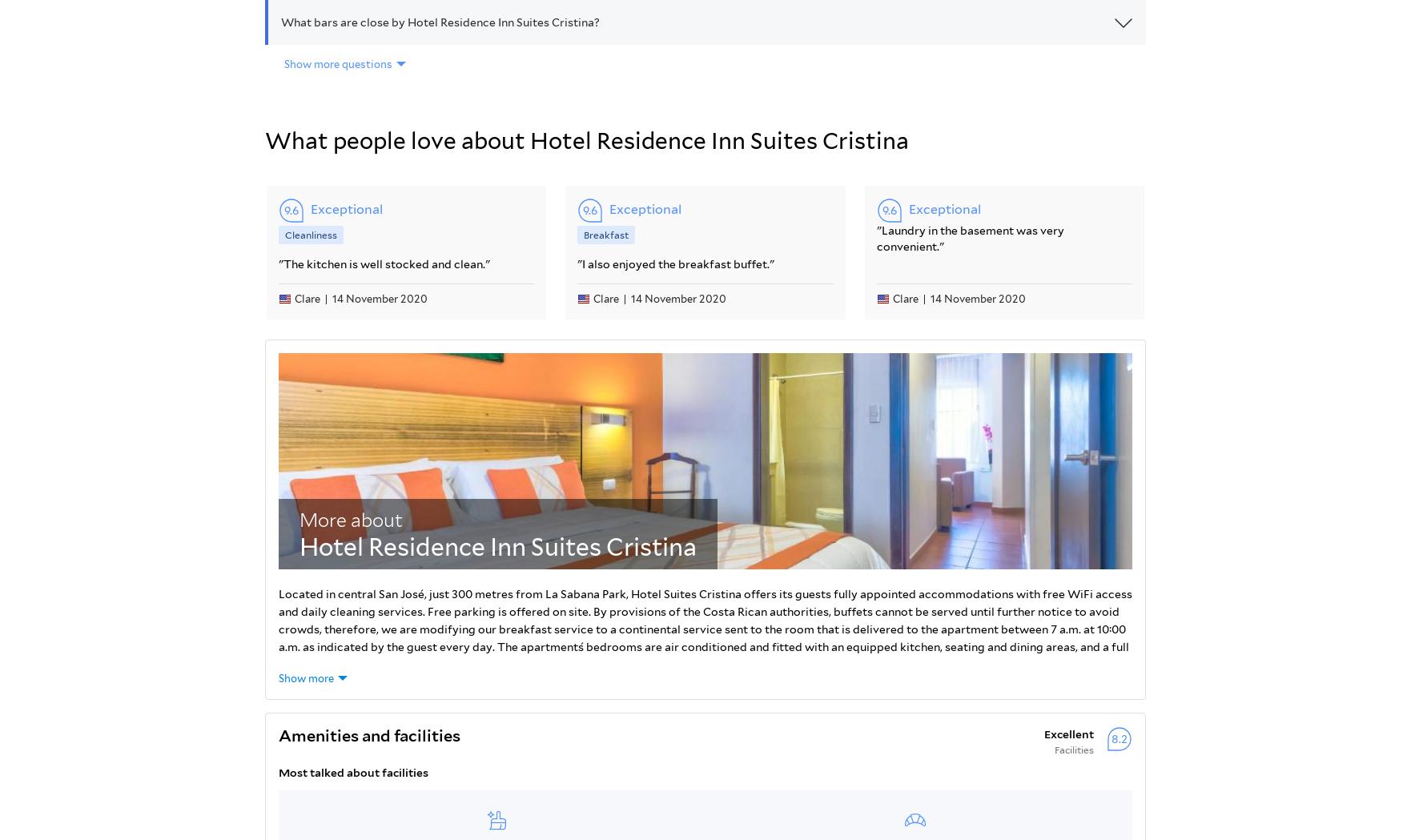  Describe the element at coordinates (352, 772) in the screenshot. I see `'Most talked about facilities'` at that location.